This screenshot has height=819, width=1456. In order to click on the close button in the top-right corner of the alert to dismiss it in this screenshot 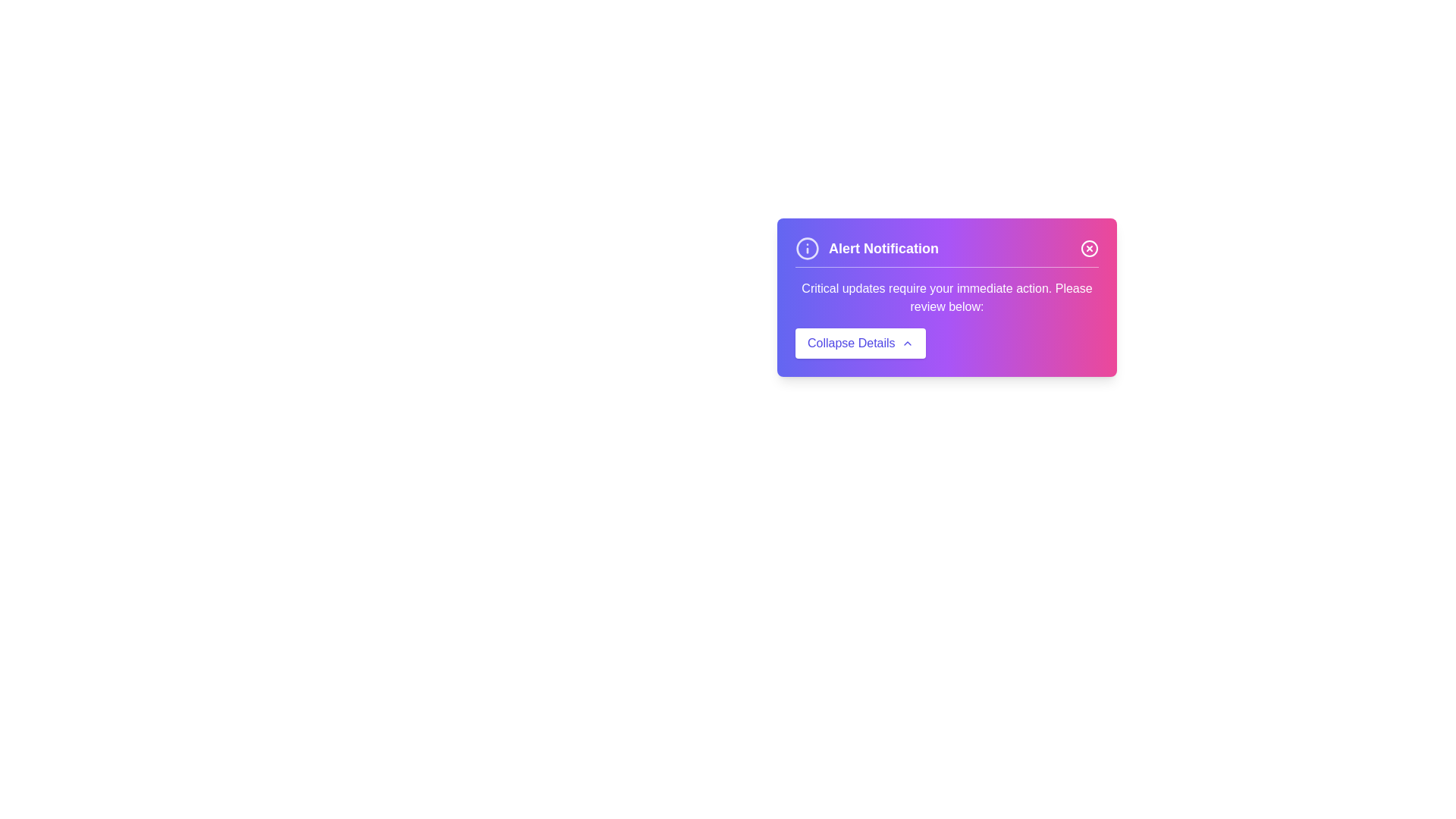, I will do `click(1088, 247)`.